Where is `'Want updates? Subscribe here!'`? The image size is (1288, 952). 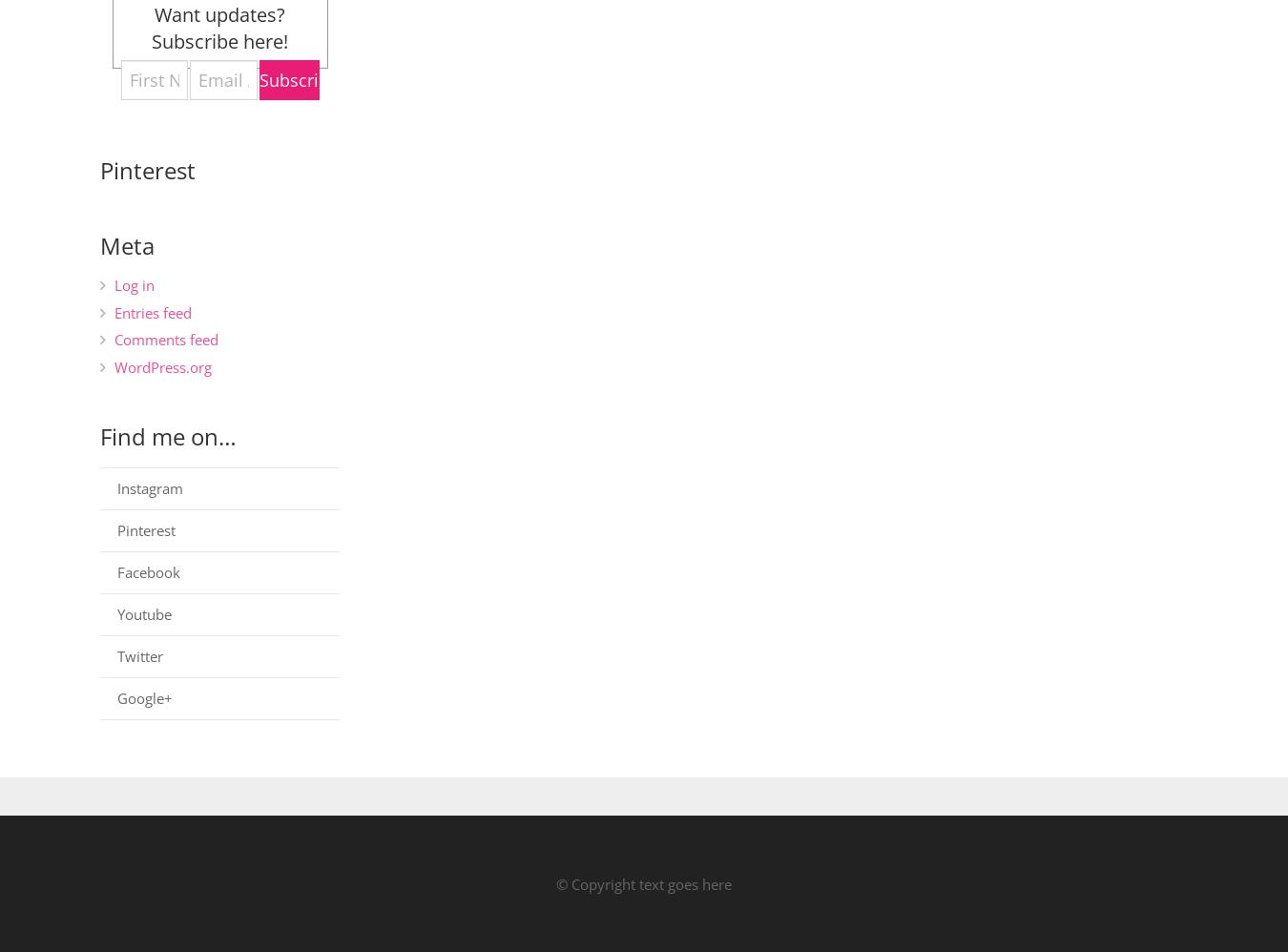 'Want updates? Subscribe here!' is located at coordinates (218, 27).